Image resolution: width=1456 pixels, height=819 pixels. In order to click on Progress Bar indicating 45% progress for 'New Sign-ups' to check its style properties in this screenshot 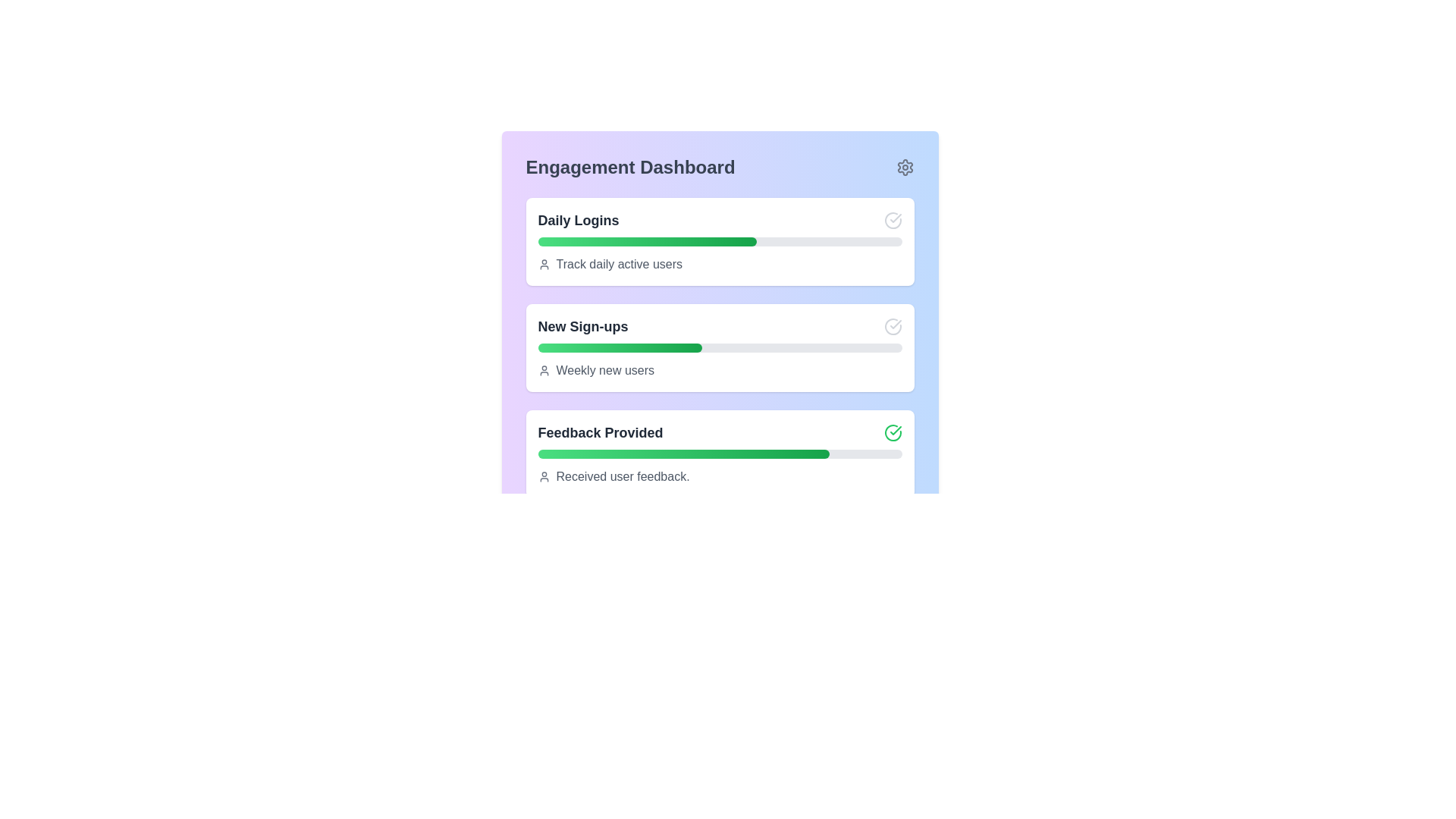, I will do `click(620, 348)`.